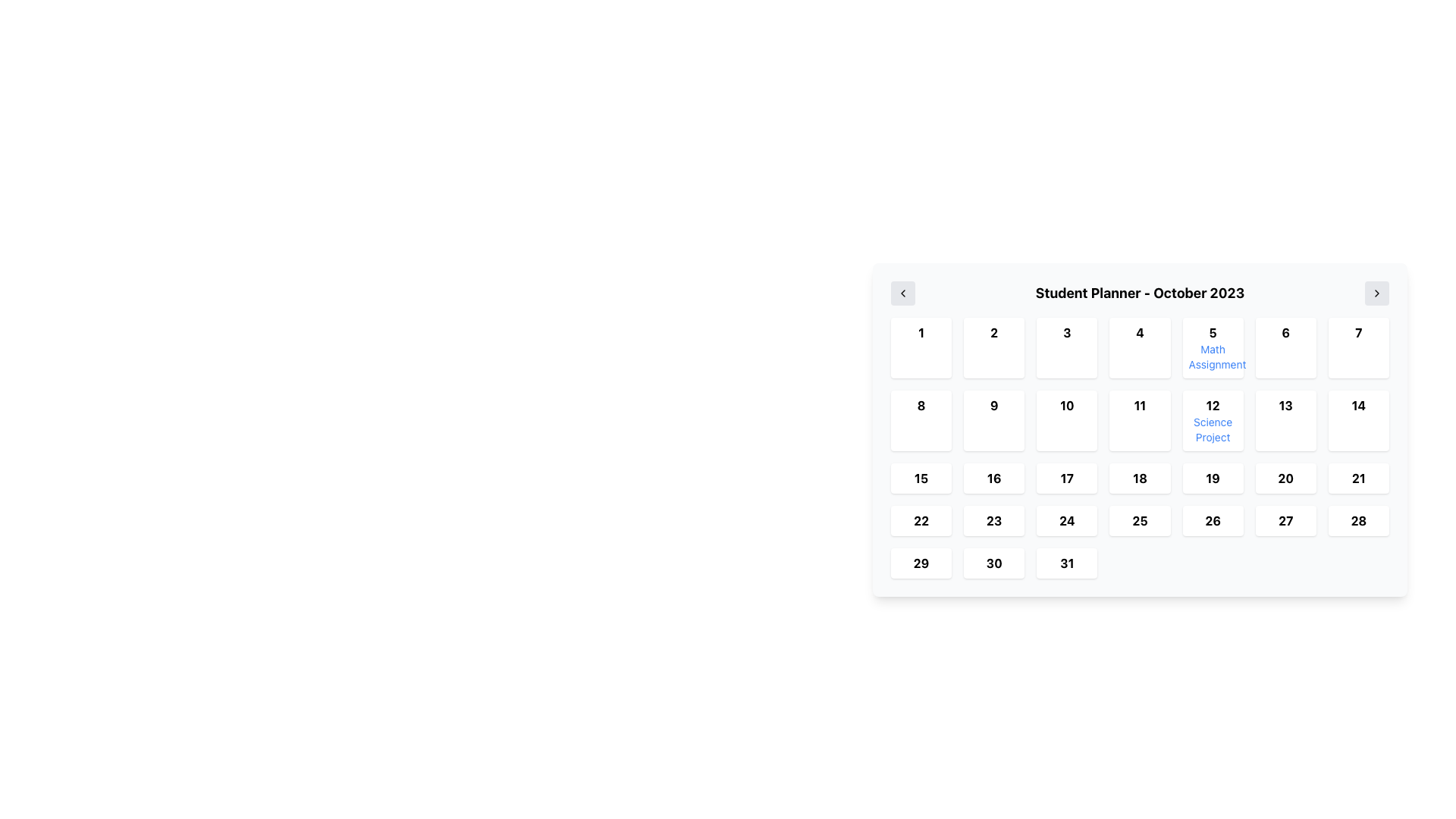 The image size is (1456, 819). What do you see at coordinates (1358, 348) in the screenshot?
I see `the Calendar Day Box representing the seventh day of the month` at bounding box center [1358, 348].